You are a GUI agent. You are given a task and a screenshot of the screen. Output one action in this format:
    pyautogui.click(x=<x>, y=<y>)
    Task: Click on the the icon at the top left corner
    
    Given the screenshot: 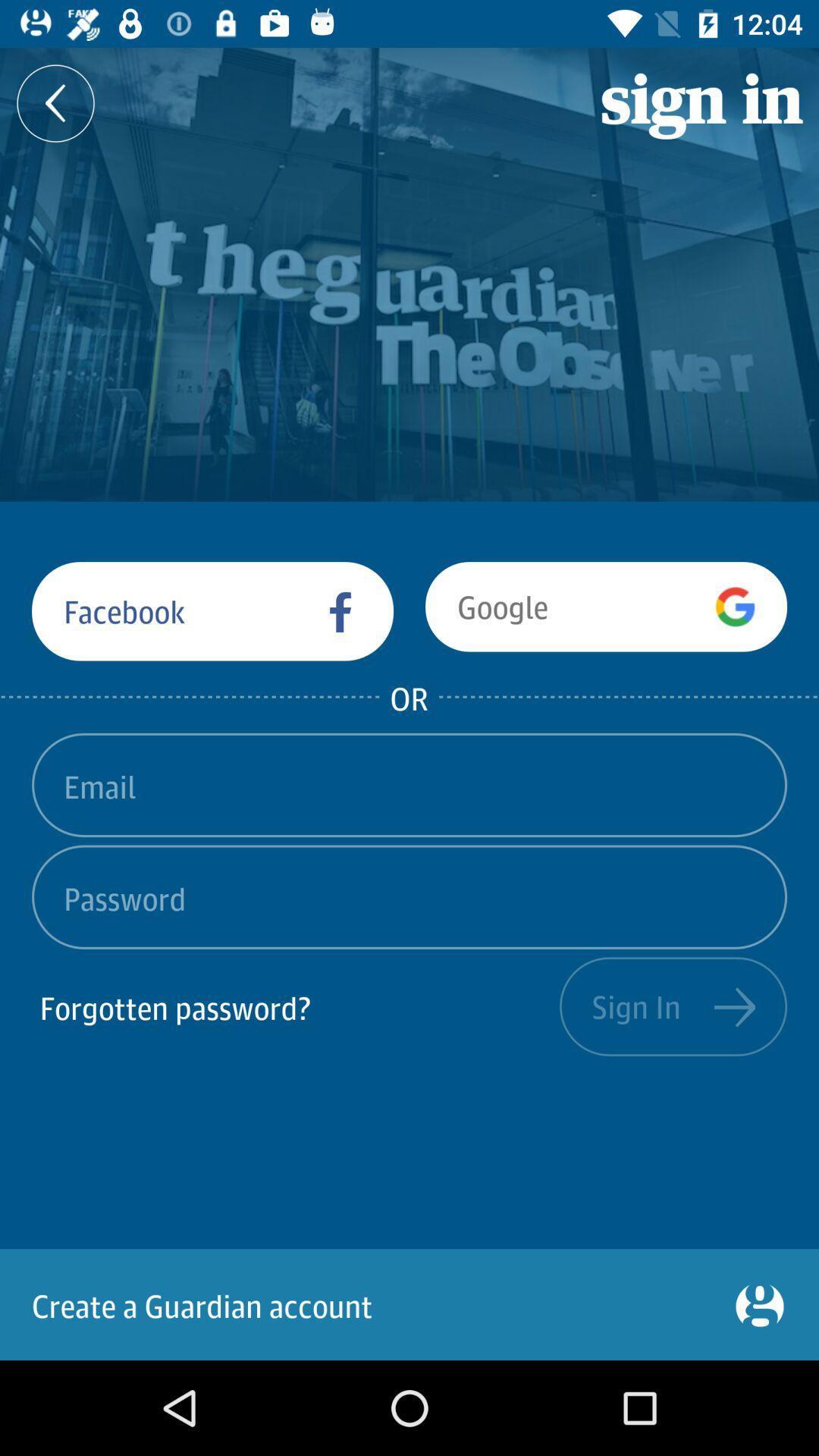 What is the action you would take?
    pyautogui.click(x=55, y=102)
    